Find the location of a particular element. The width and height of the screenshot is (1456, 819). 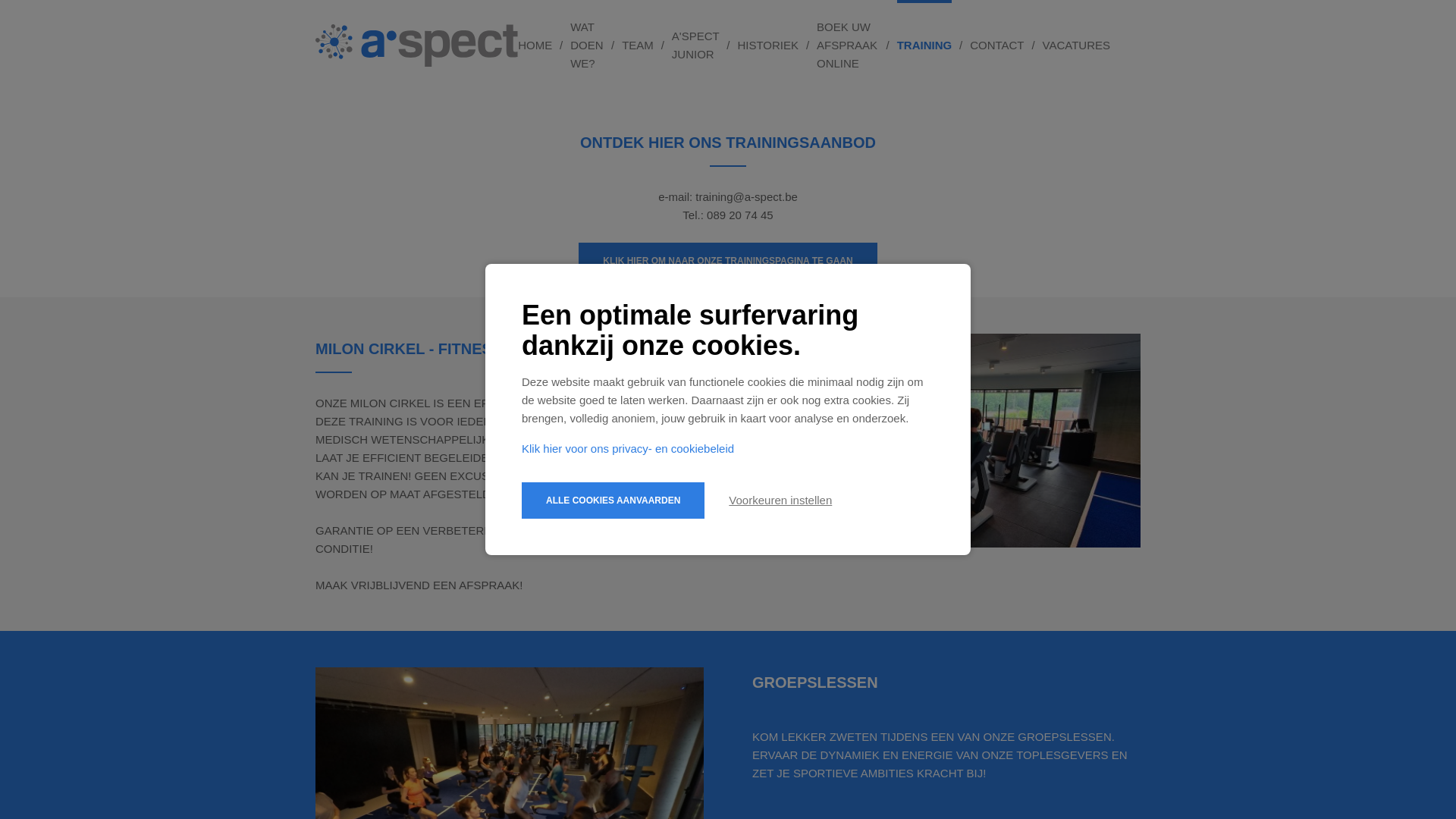

'HISTORIEK' is located at coordinates (767, 45).